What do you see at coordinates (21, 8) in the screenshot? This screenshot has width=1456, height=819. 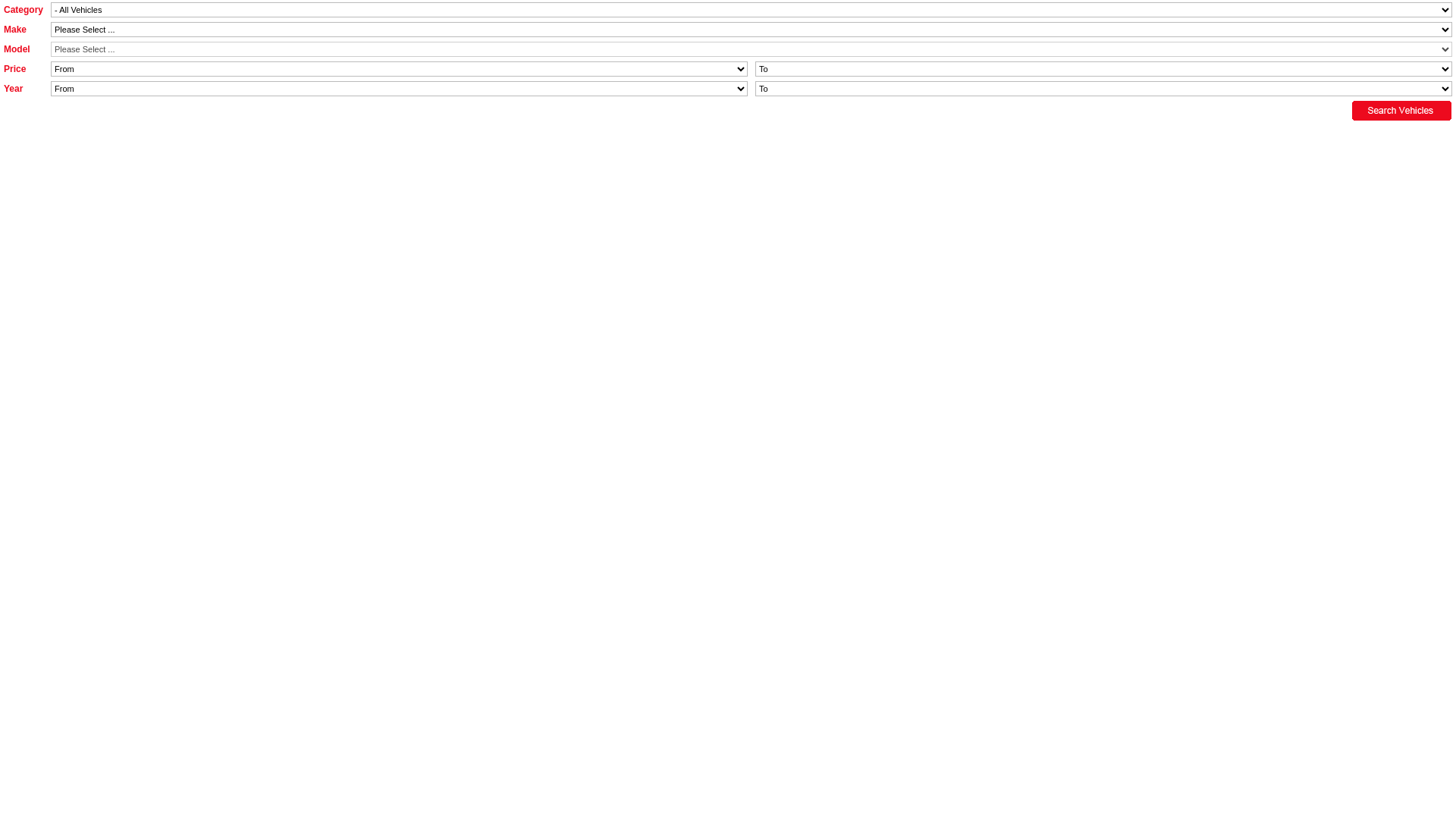 I see `'Search'` at bounding box center [21, 8].